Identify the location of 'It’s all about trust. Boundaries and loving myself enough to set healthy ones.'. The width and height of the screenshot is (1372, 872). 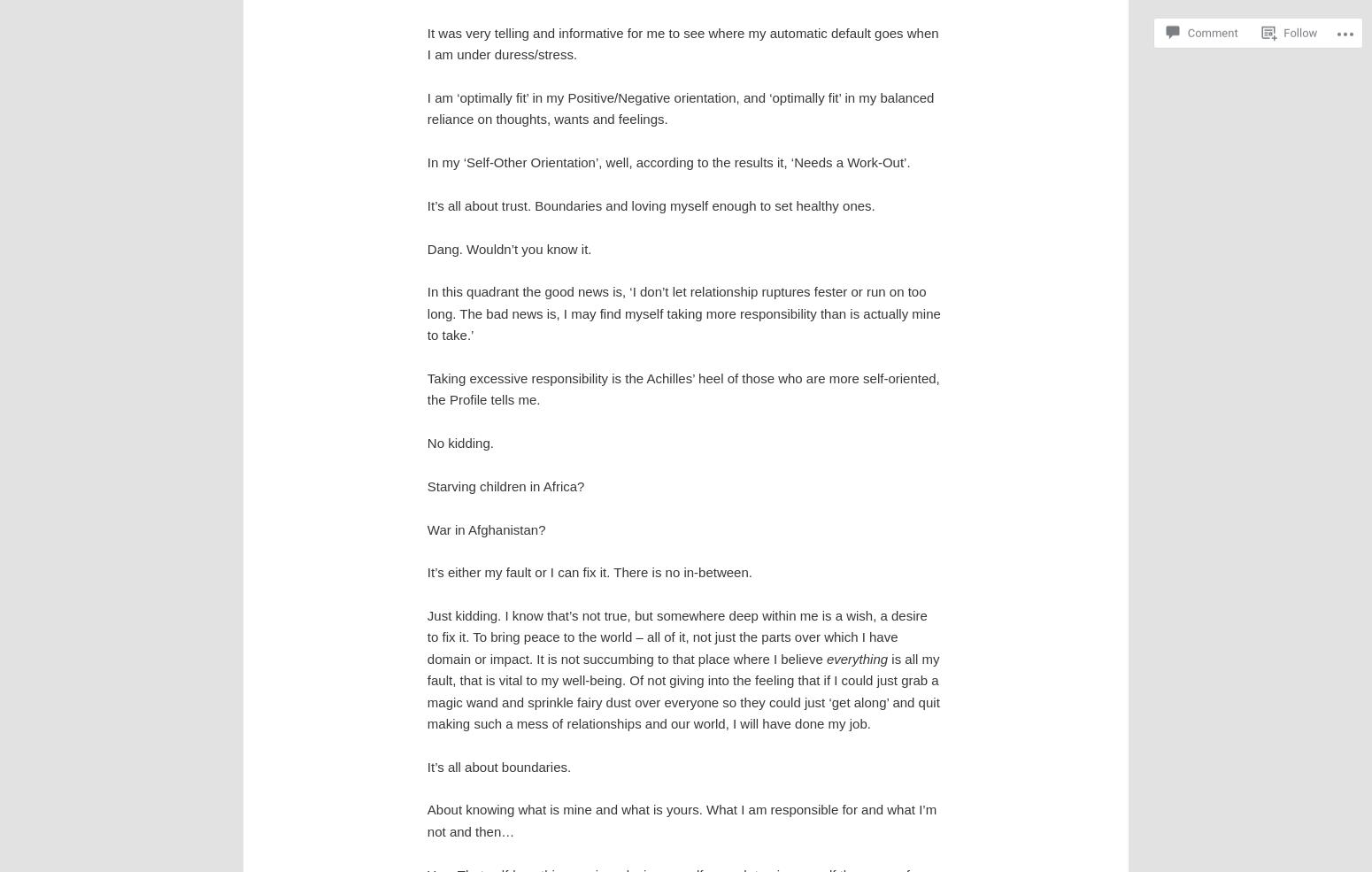
(426, 204).